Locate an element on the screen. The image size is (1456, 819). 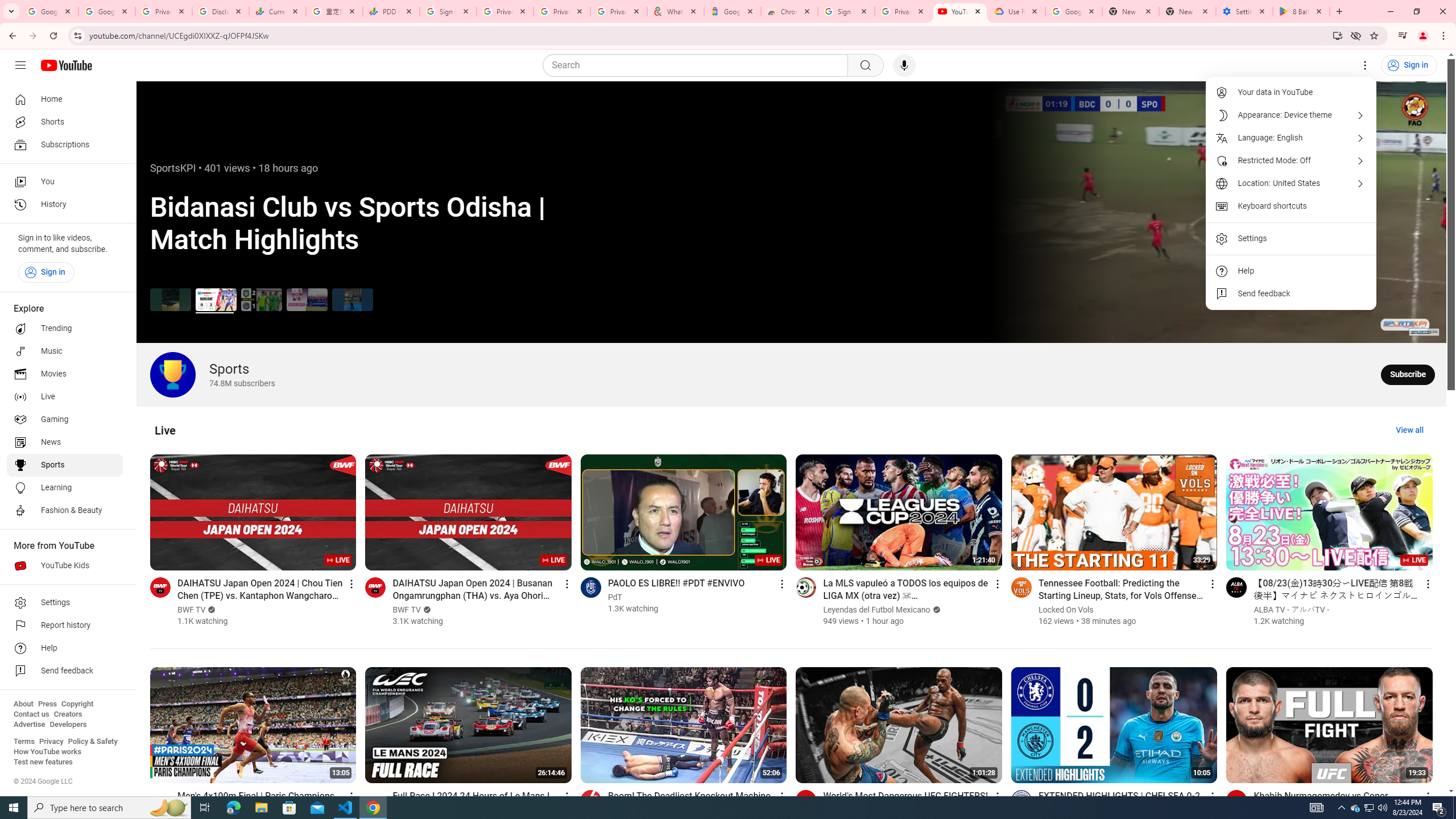
'Settings - System' is located at coordinates (1244, 11).